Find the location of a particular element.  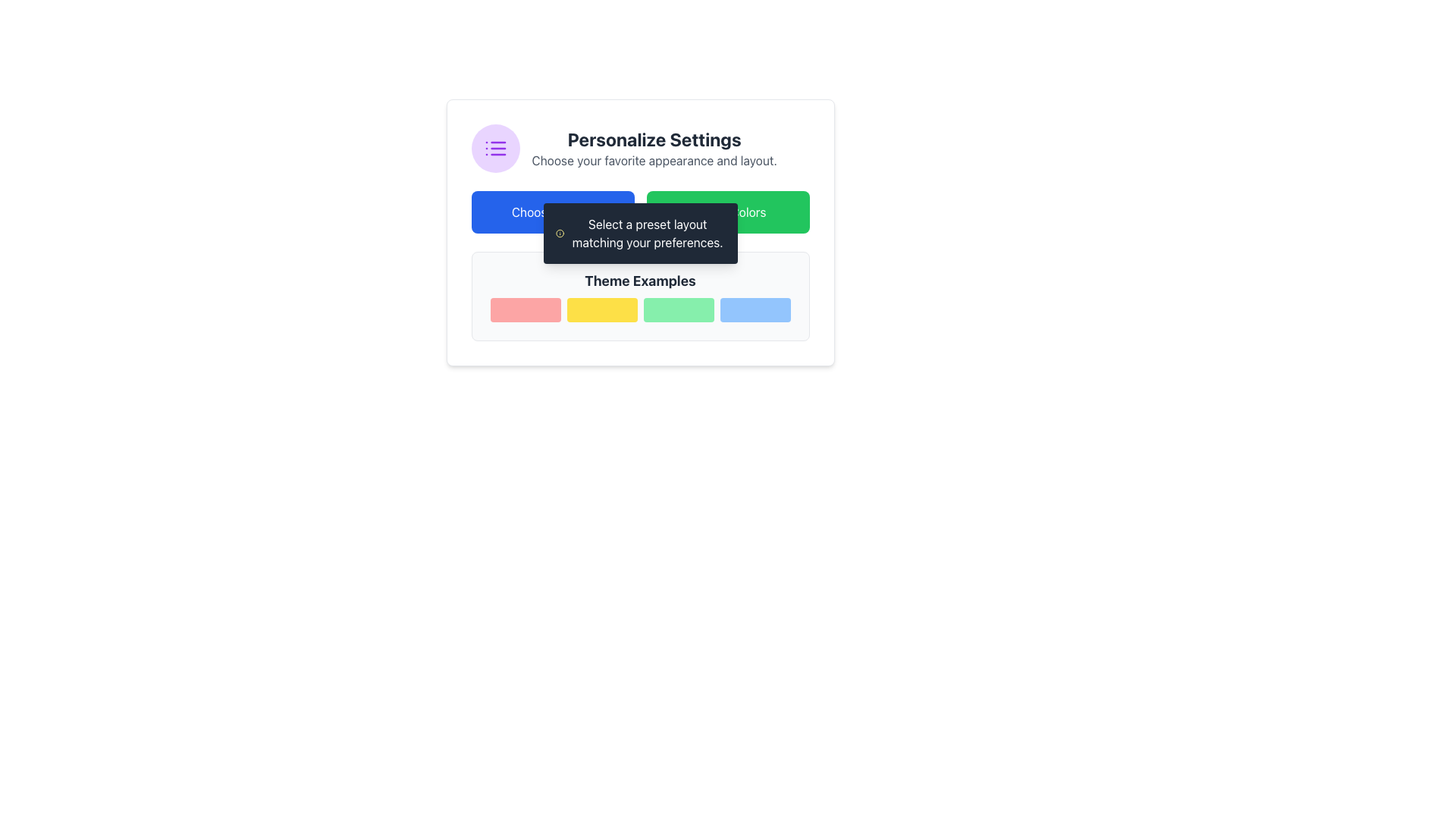

the yellow rectangular block with rounded corners located under 'Theme Examples', which is the second block from the left in a grid layout is located at coordinates (601, 309).